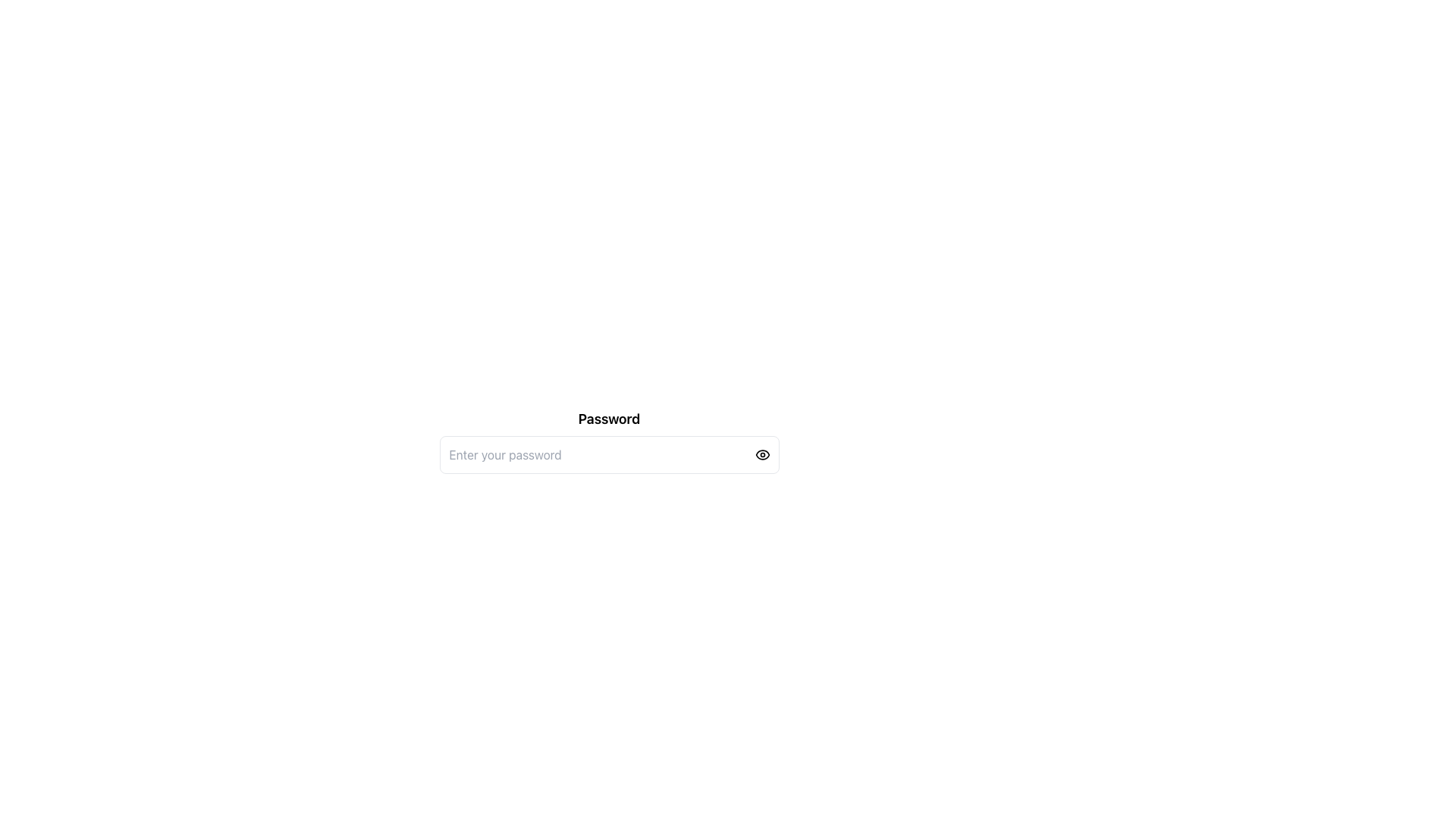 The width and height of the screenshot is (1456, 819). I want to click on the eye-shaped icon outlined in black, located on the right side of the password input field, so click(762, 454).